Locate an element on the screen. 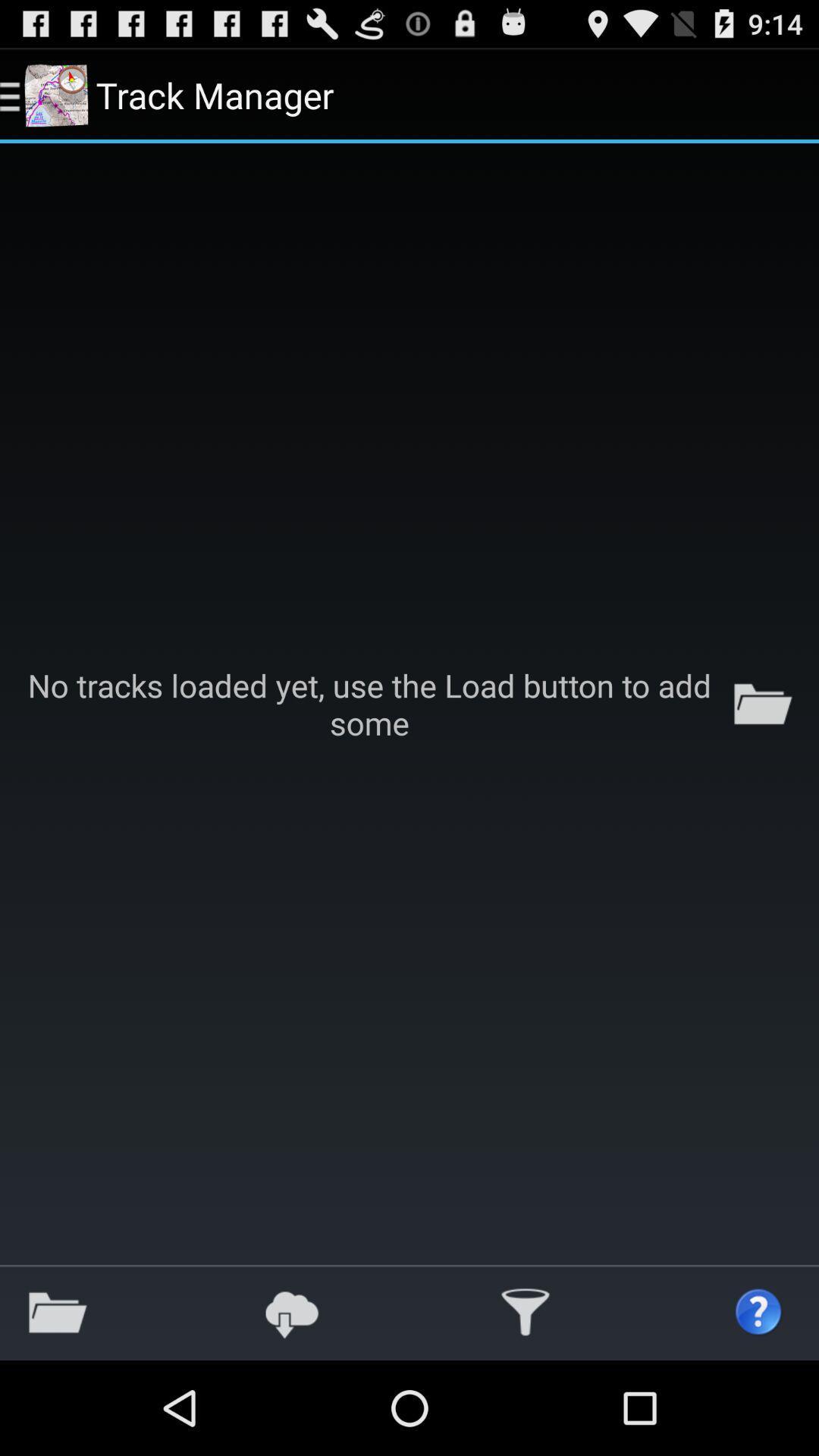 Image resolution: width=819 pixels, height=1456 pixels. the icon at the center is located at coordinates (409, 703).